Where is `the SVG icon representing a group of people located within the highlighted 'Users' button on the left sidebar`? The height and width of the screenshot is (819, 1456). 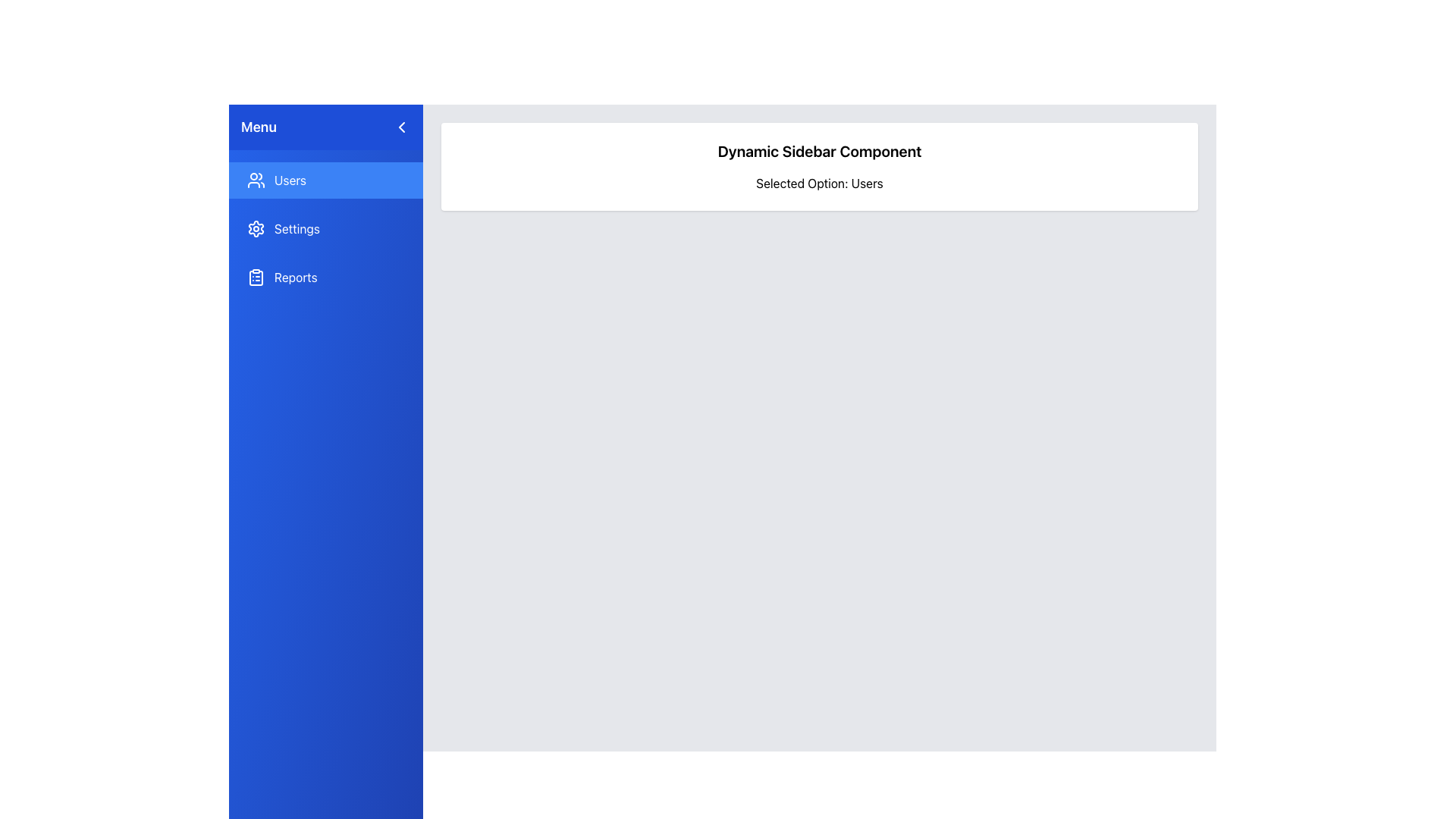 the SVG icon representing a group of people located within the highlighted 'Users' button on the left sidebar is located at coordinates (256, 180).